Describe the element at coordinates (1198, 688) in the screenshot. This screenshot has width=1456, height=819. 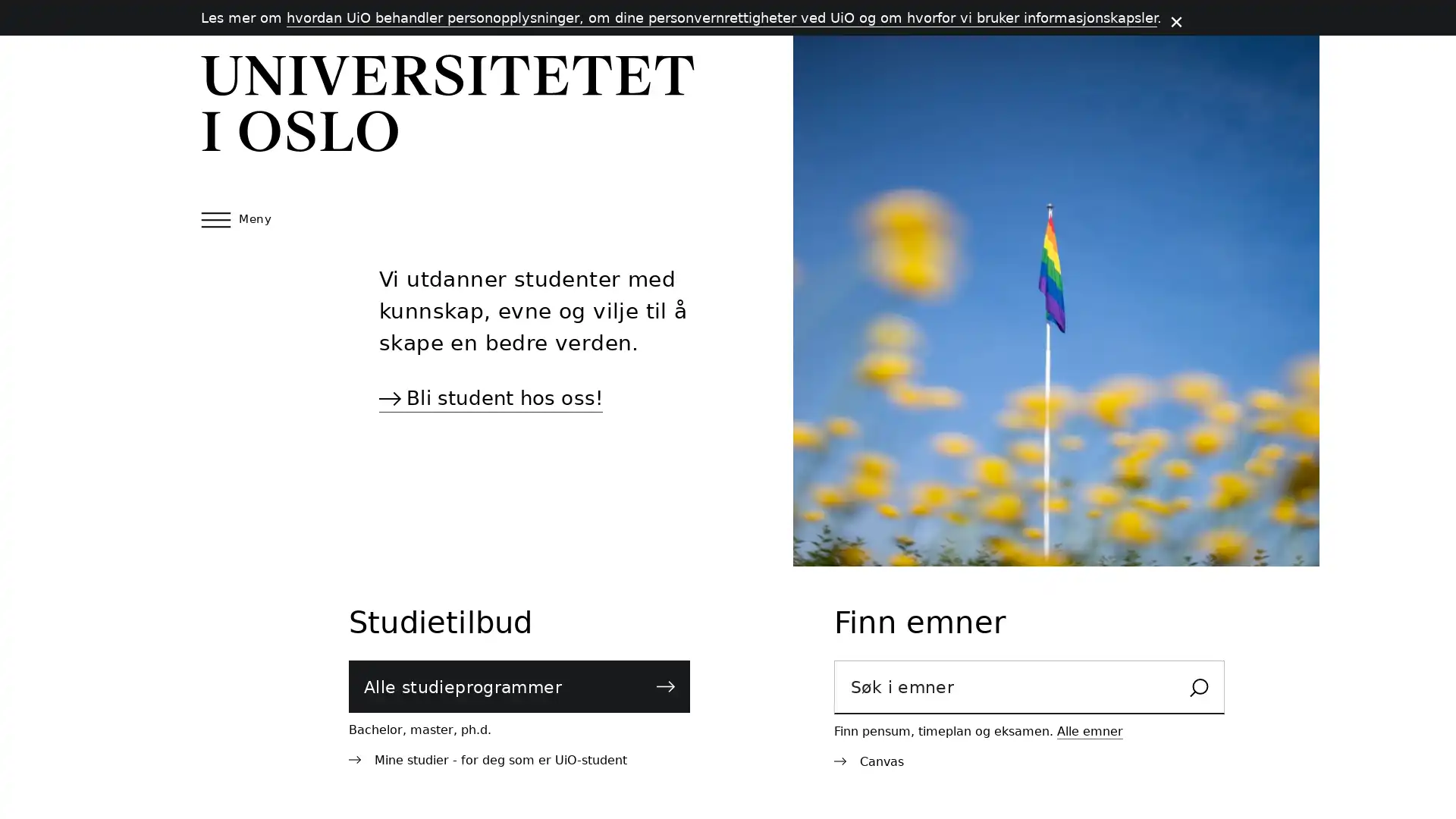
I see `Sk` at that location.